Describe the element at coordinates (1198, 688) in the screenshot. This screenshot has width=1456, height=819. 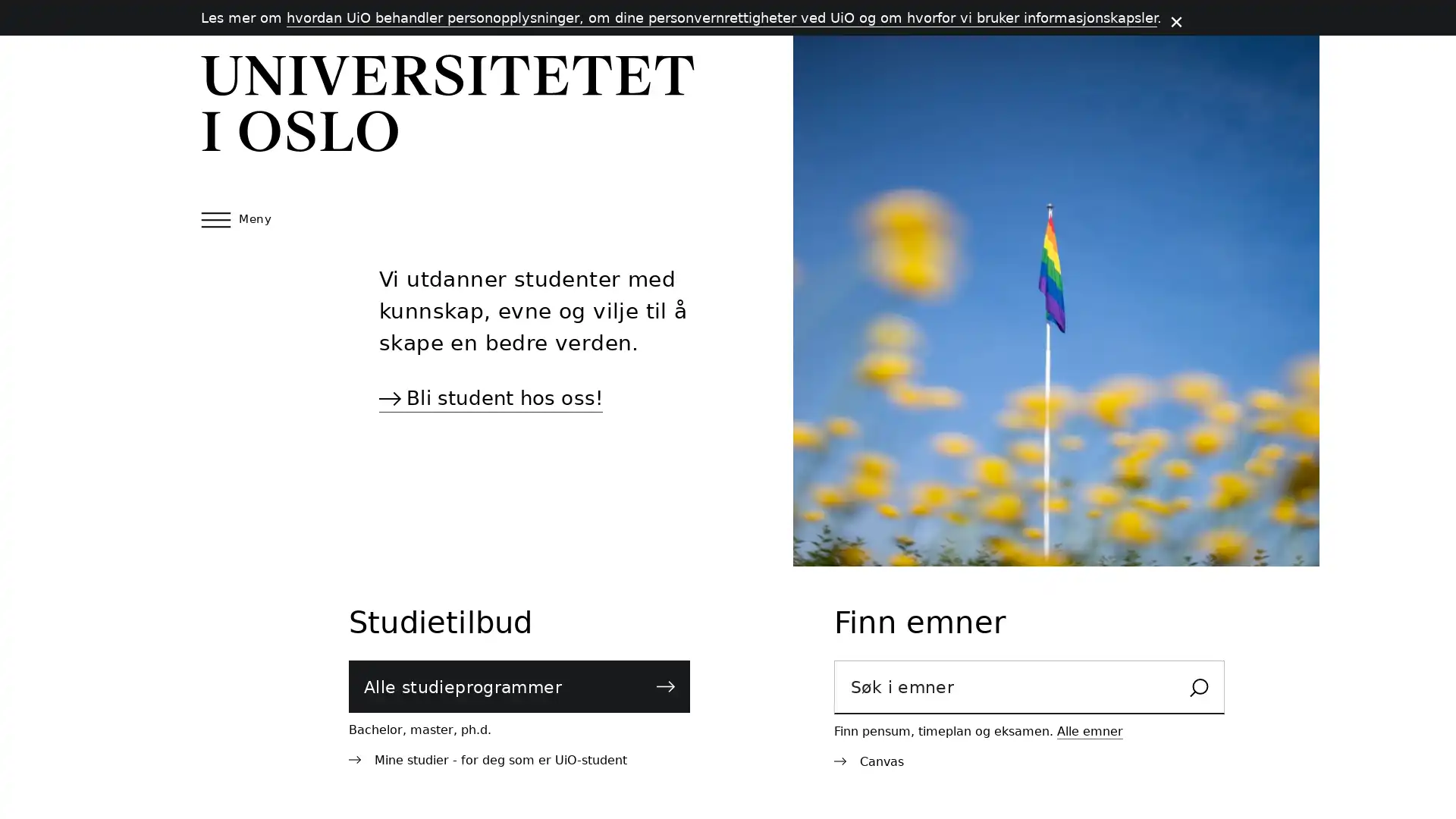
I see `Sk` at that location.